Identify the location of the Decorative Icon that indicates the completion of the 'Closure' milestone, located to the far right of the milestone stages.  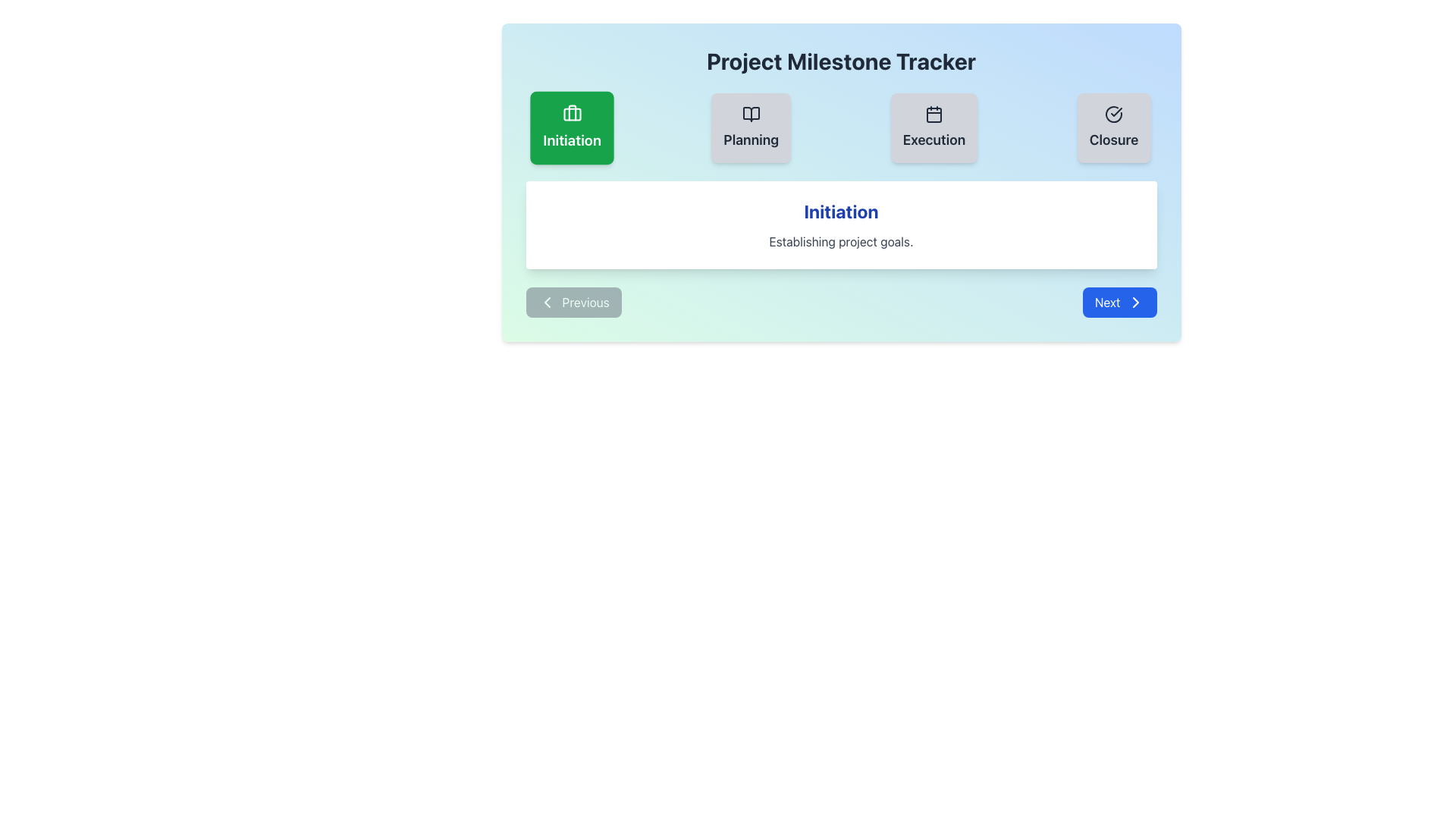
(1114, 113).